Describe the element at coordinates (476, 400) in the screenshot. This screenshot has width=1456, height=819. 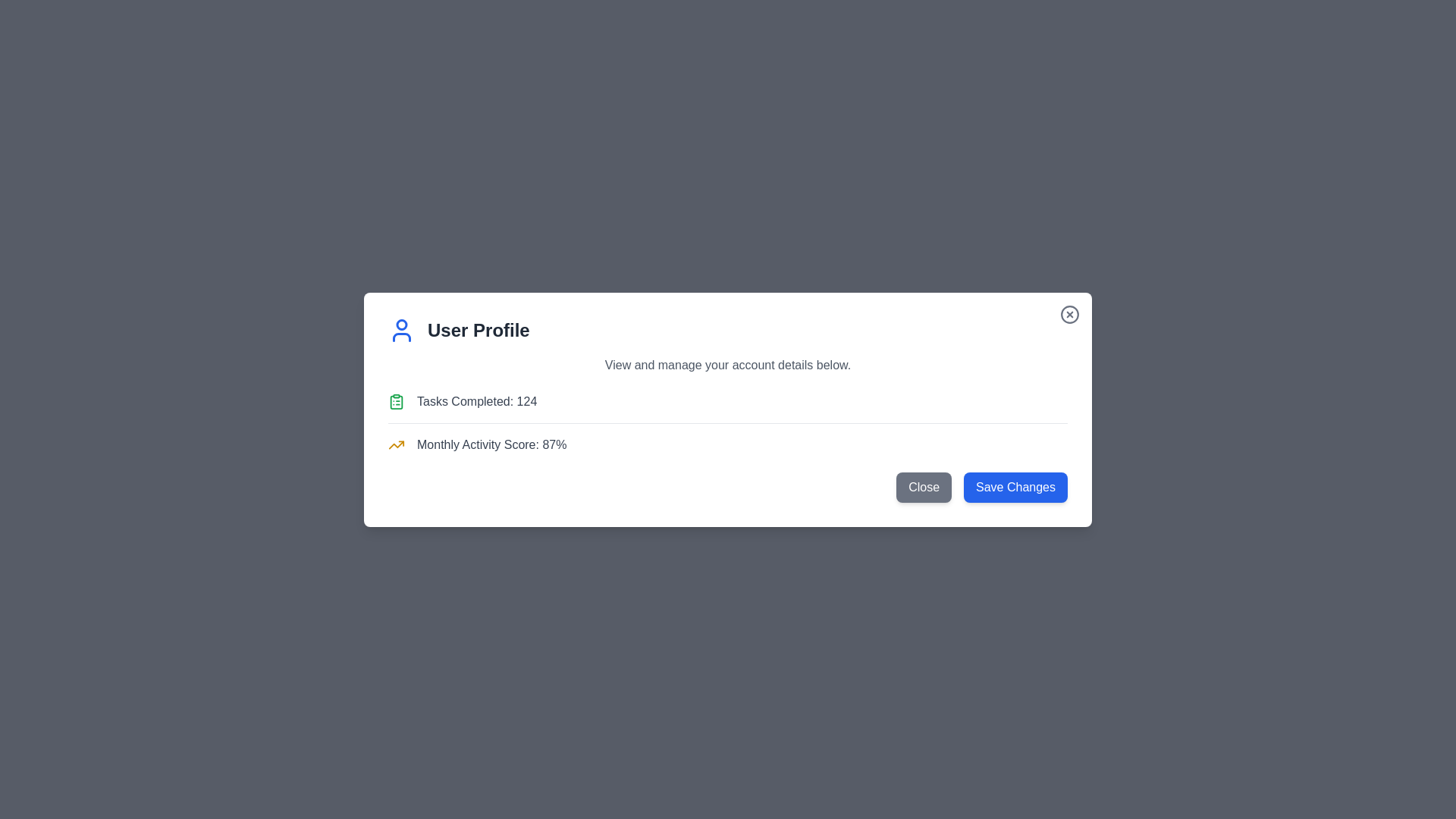
I see `the Text Label that displays the summary of task completion status, located within the 'User Profile' card, immediately to the right of the clipboard icon` at that location.